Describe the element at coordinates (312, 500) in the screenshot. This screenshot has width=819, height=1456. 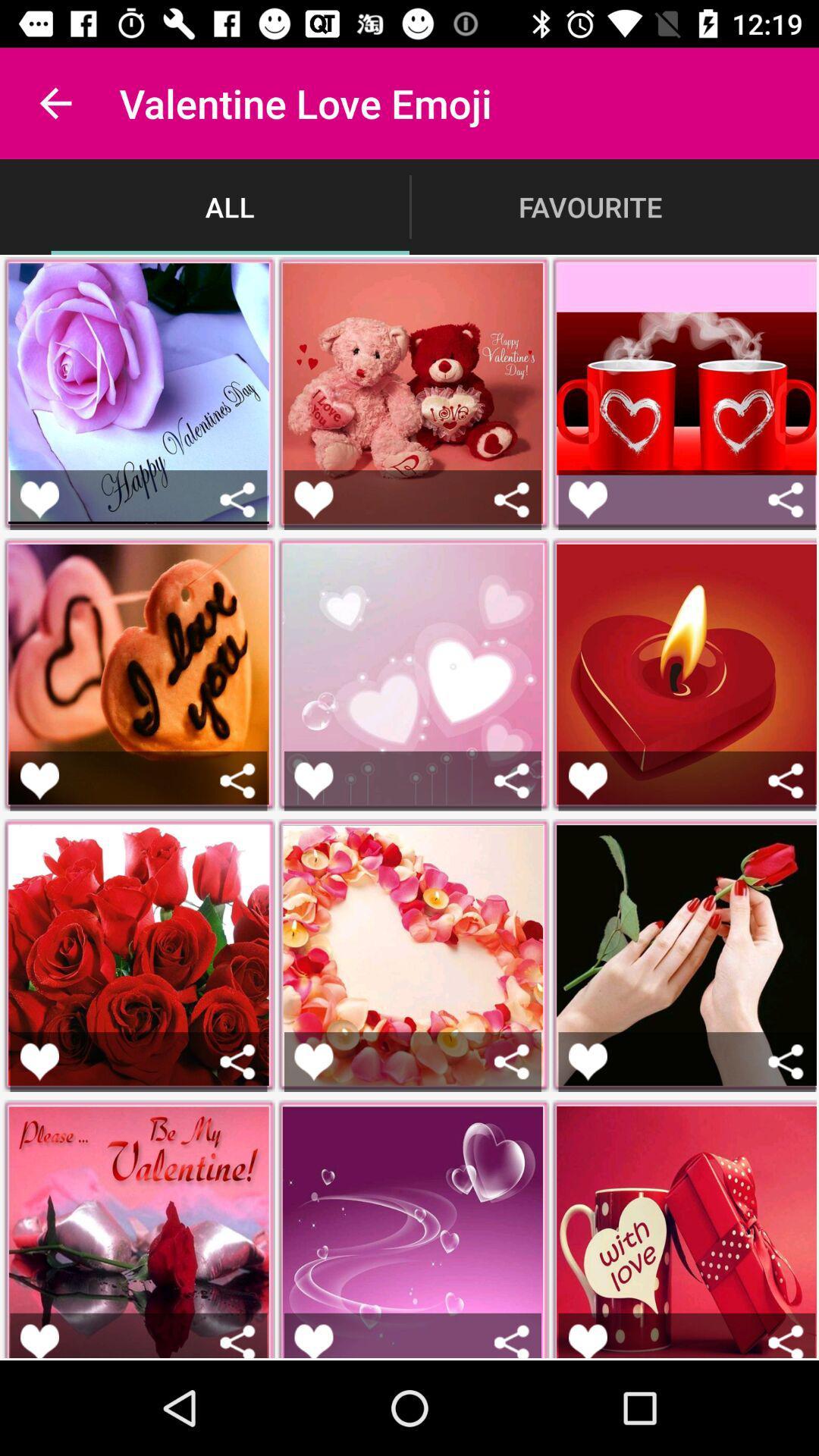
I see `love/like` at that location.